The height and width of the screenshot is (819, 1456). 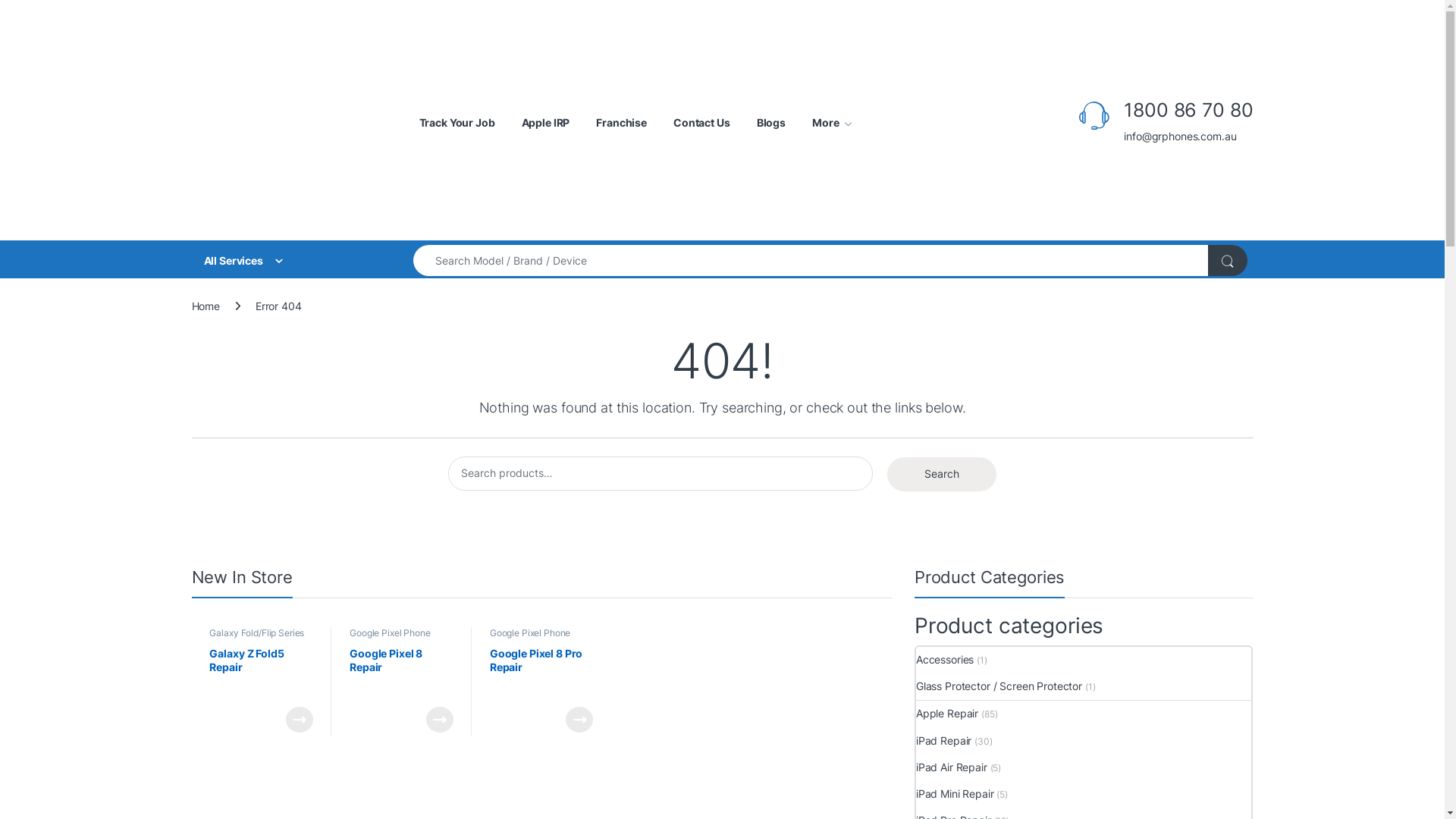 I want to click on 'Google Pixel 8 Repair', so click(x=401, y=672).